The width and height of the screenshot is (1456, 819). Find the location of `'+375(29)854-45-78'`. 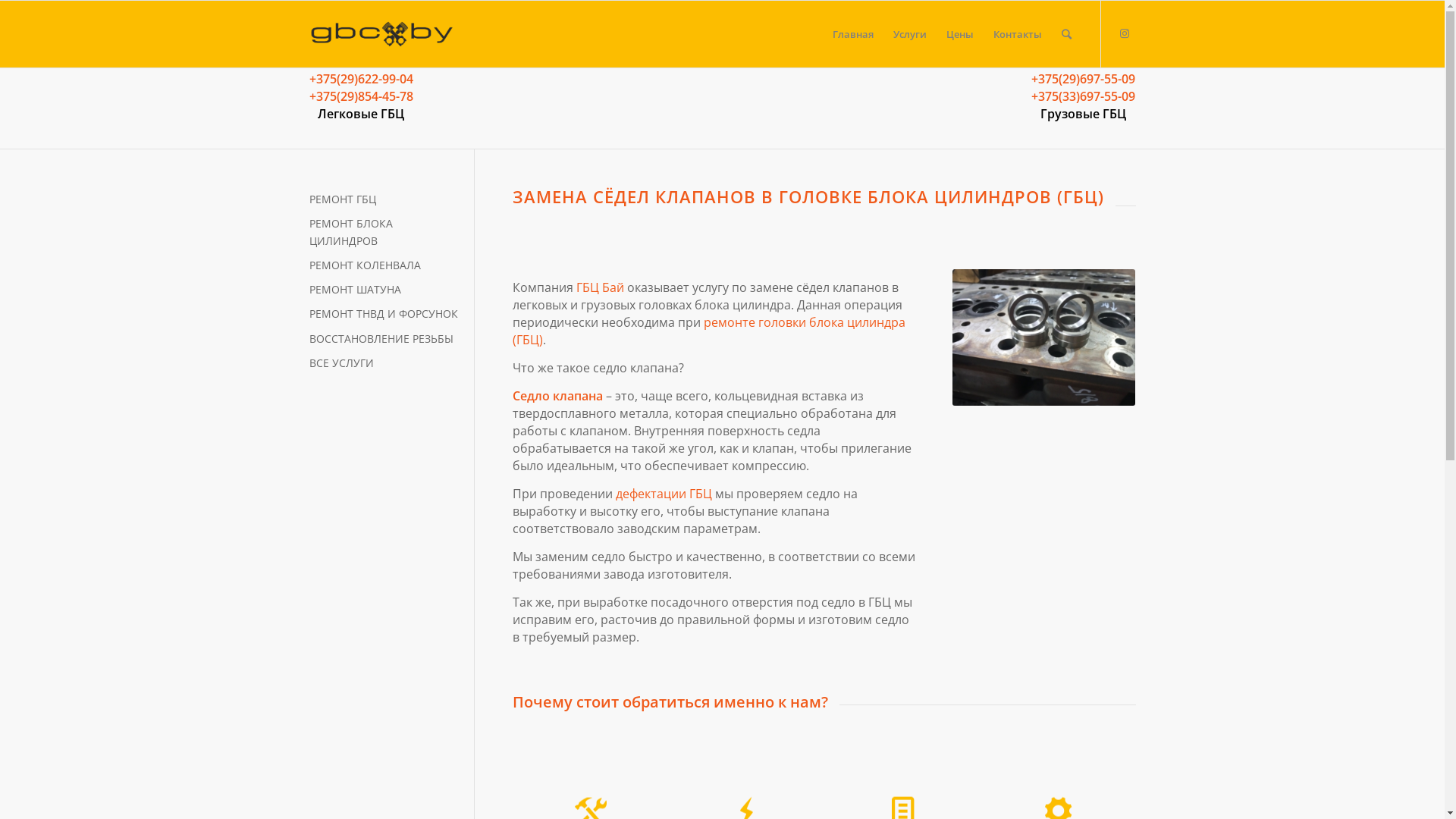

'+375(29)854-45-78' is located at coordinates (309, 96).